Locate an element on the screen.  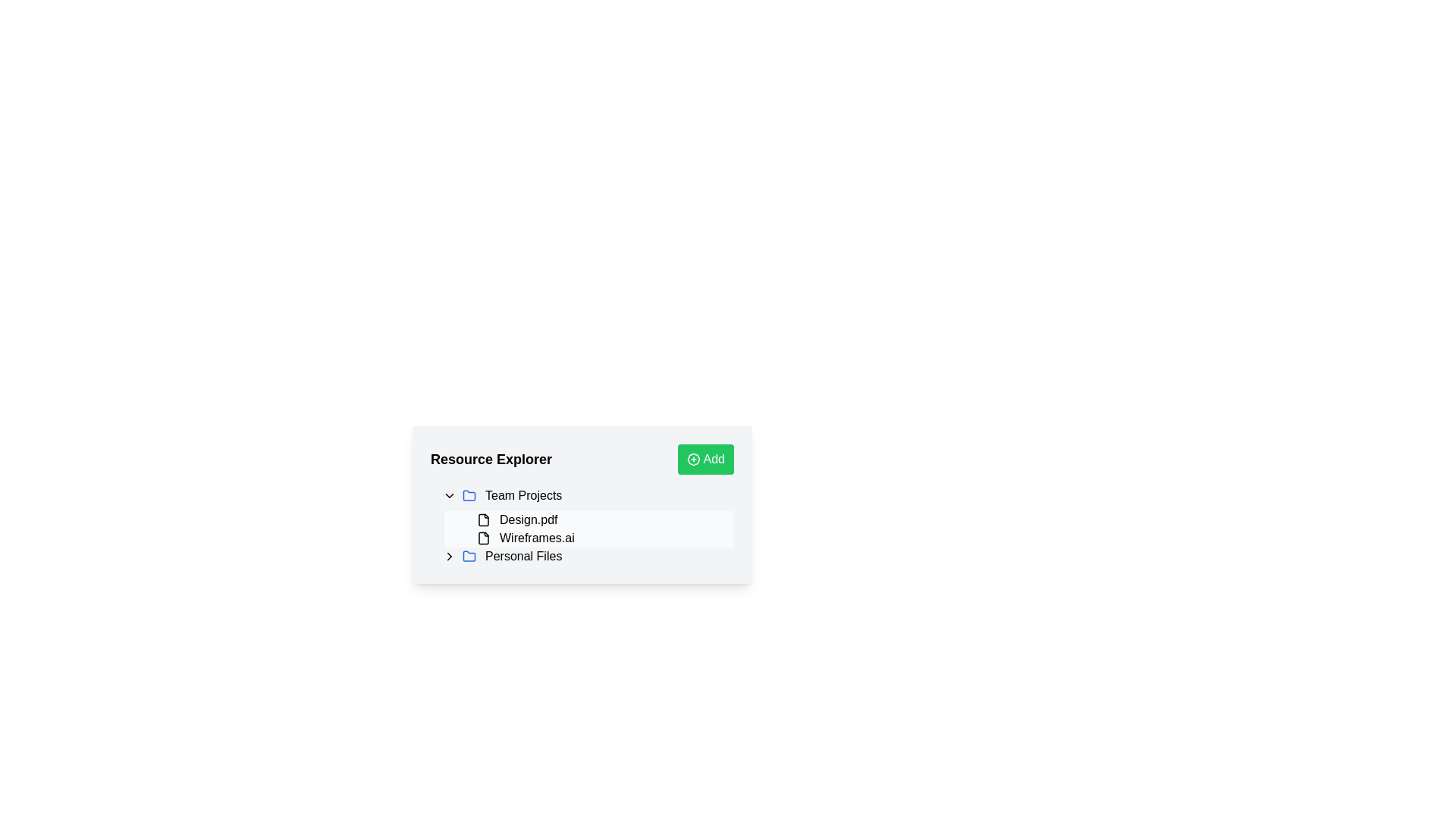
the downward-facing chevron icon located to the left of the 'Team Projects' text label in the Resource Explorer interface for visual feedback is located at coordinates (449, 496).